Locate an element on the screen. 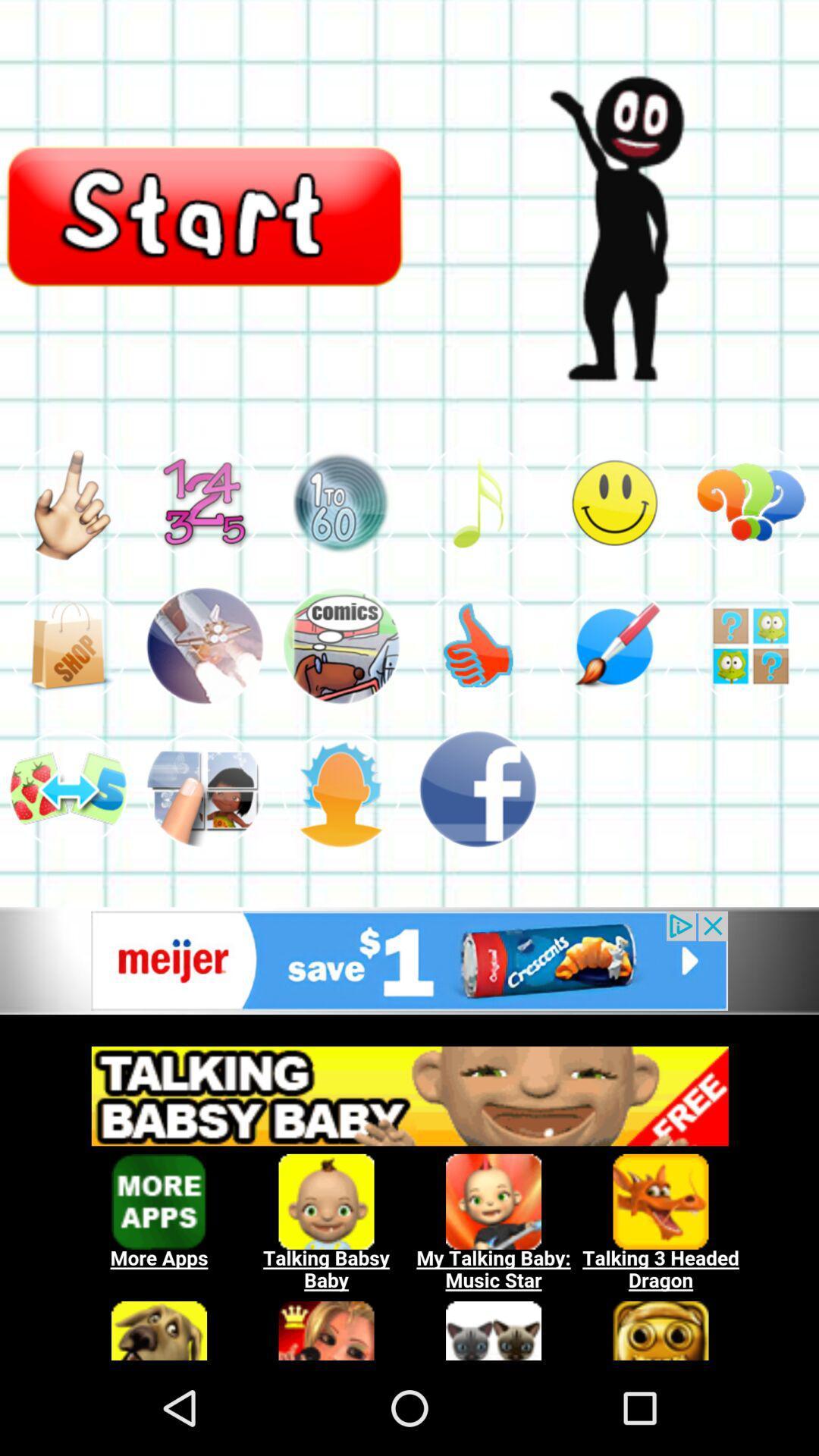  click on advertisement is located at coordinates (409, 960).